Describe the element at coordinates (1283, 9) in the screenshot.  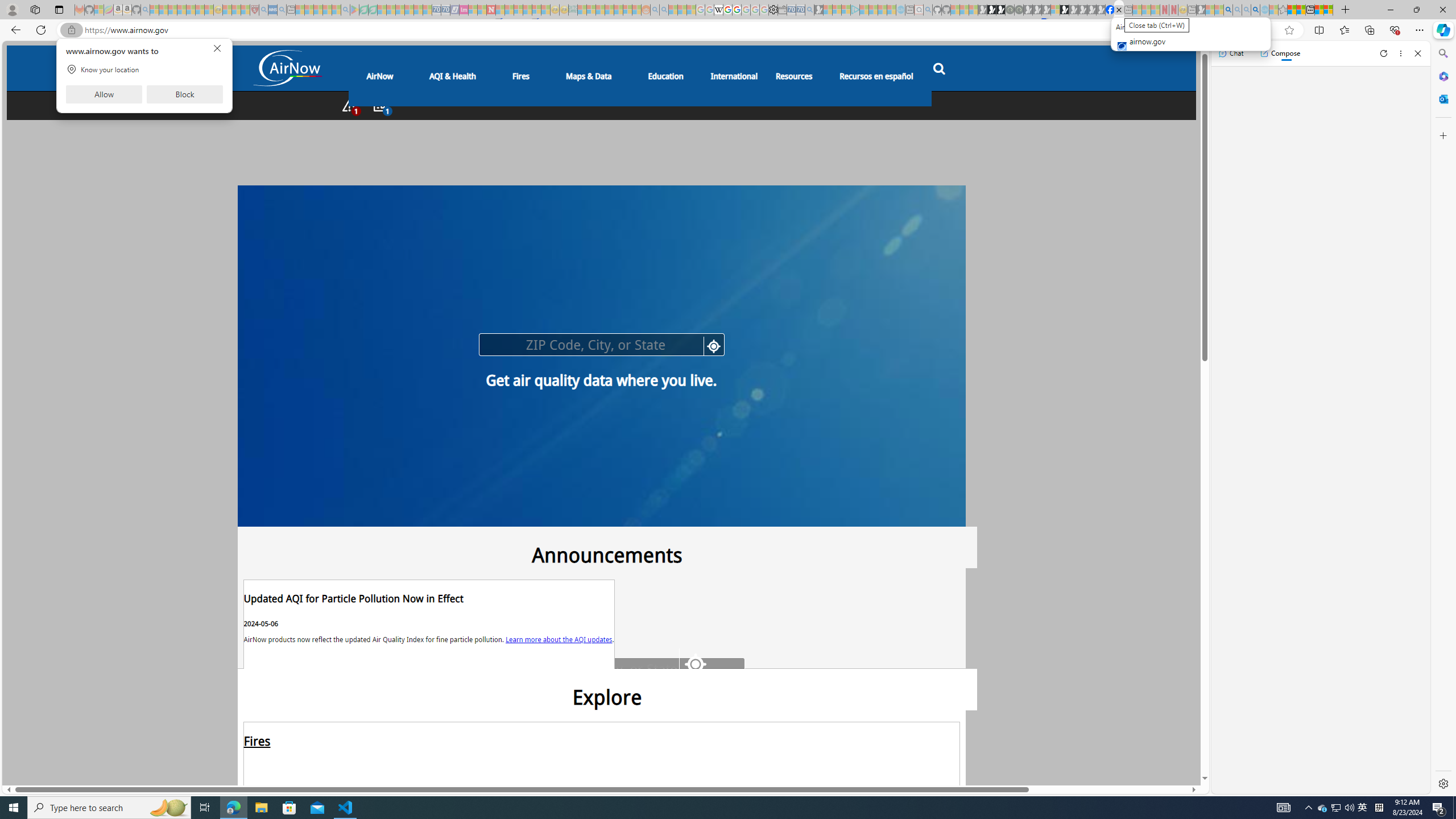
I see `'Favorites - Sleeping'` at that location.